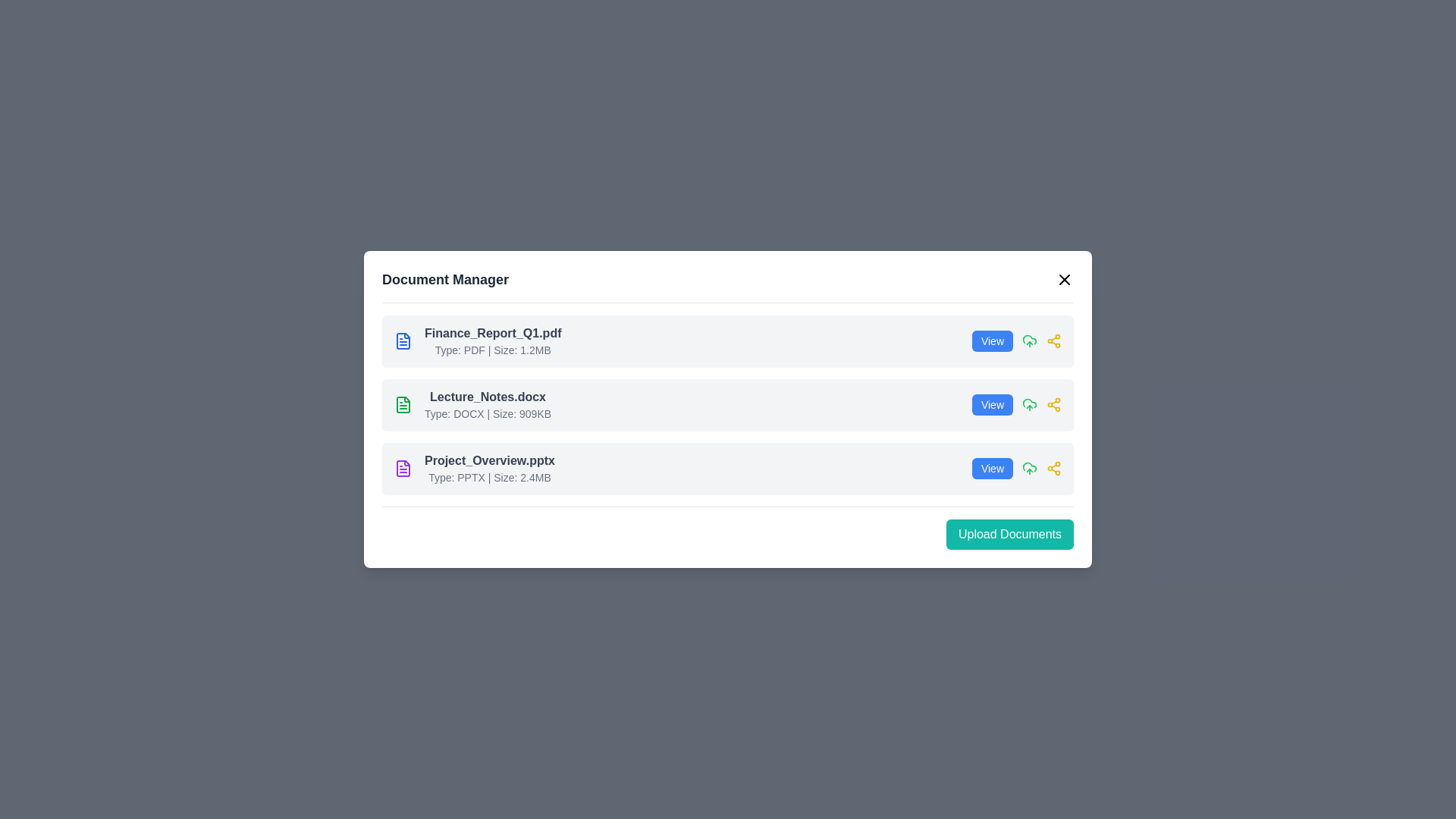 This screenshot has height=819, width=1456. What do you see at coordinates (992, 467) in the screenshot?
I see `the button associated with the document entry 'Project_Overview.pptx'` at bounding box center [992, 467].